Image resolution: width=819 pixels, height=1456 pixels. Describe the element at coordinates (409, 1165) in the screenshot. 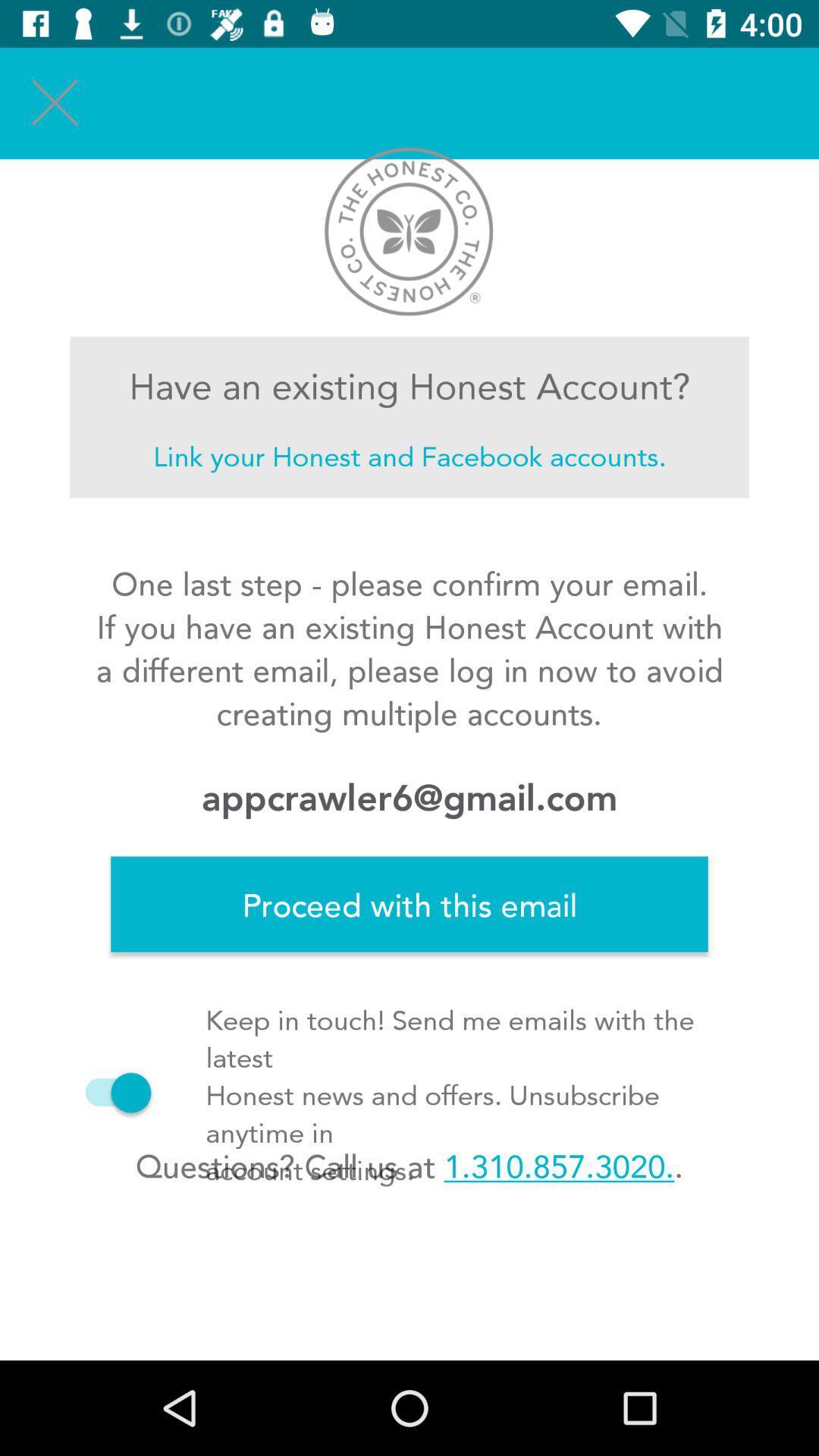

I see `questions call us item` at that location.